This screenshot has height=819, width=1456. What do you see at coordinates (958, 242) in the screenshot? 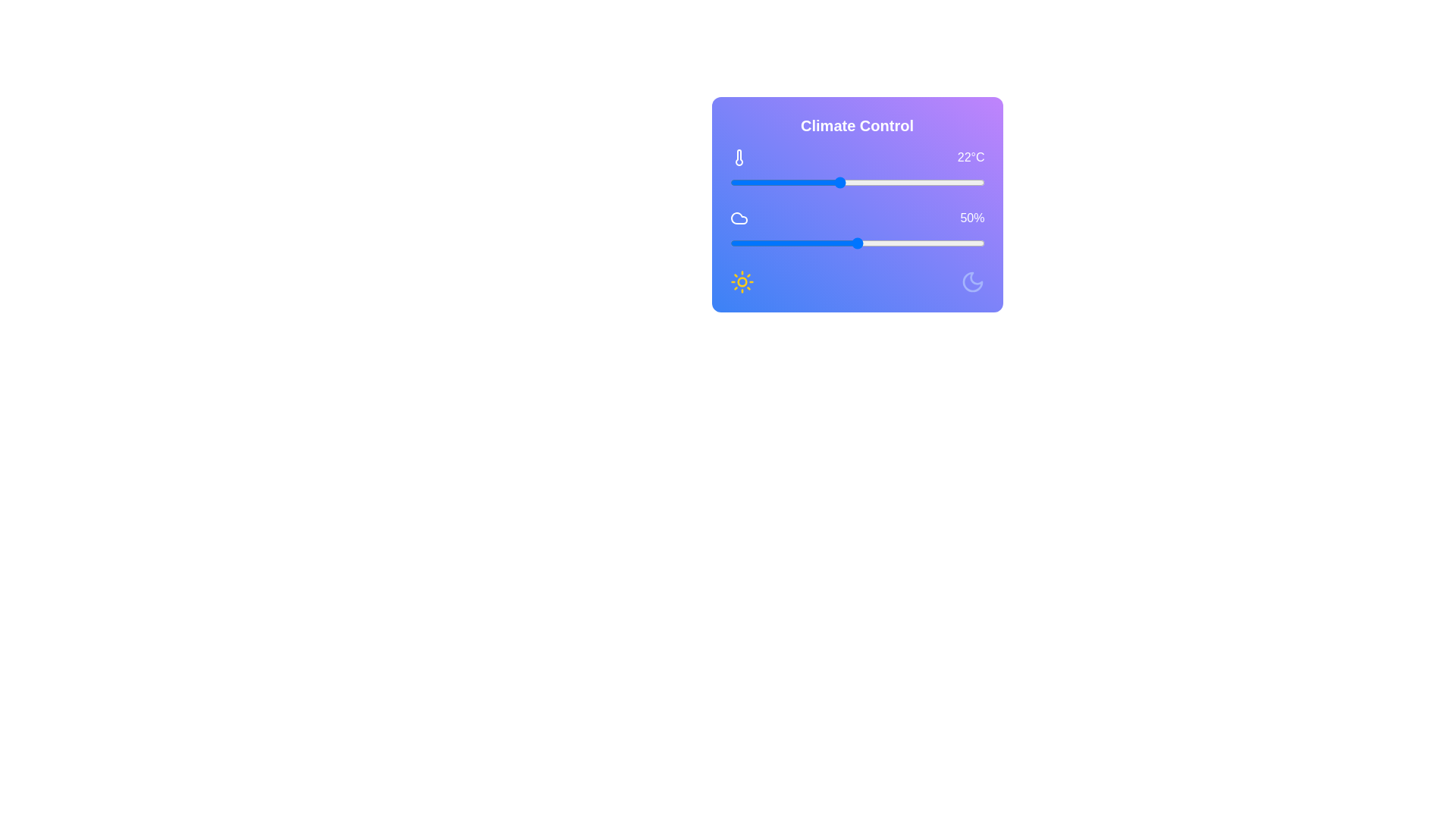
I see `the slider` at bounding box center [958, 242].